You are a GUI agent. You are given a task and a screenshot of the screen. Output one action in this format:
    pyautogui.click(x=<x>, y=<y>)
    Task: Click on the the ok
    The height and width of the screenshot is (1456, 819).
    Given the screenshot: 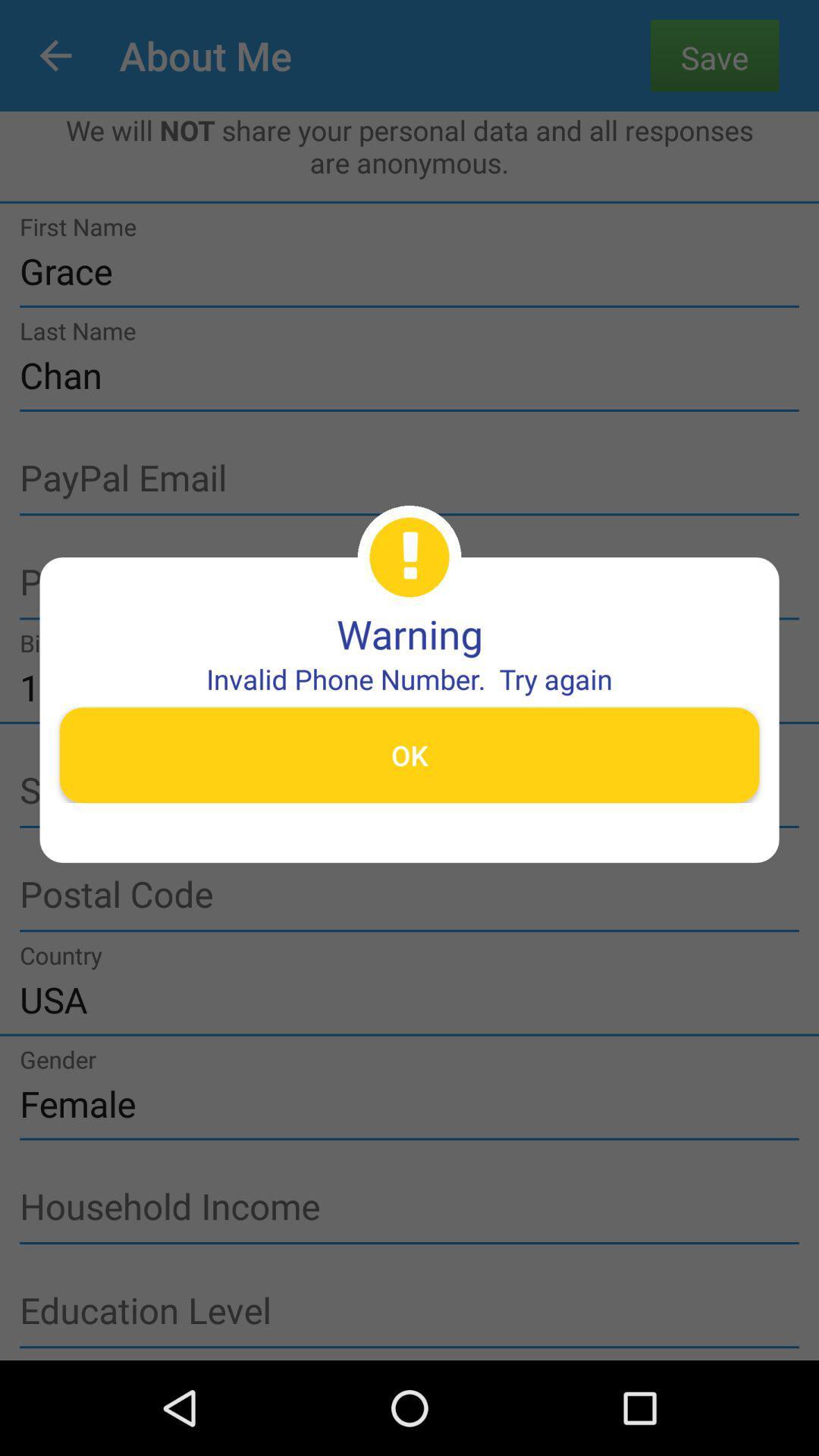 What is the action you would take?
    pyautogui.click(x=409, y=755)
    